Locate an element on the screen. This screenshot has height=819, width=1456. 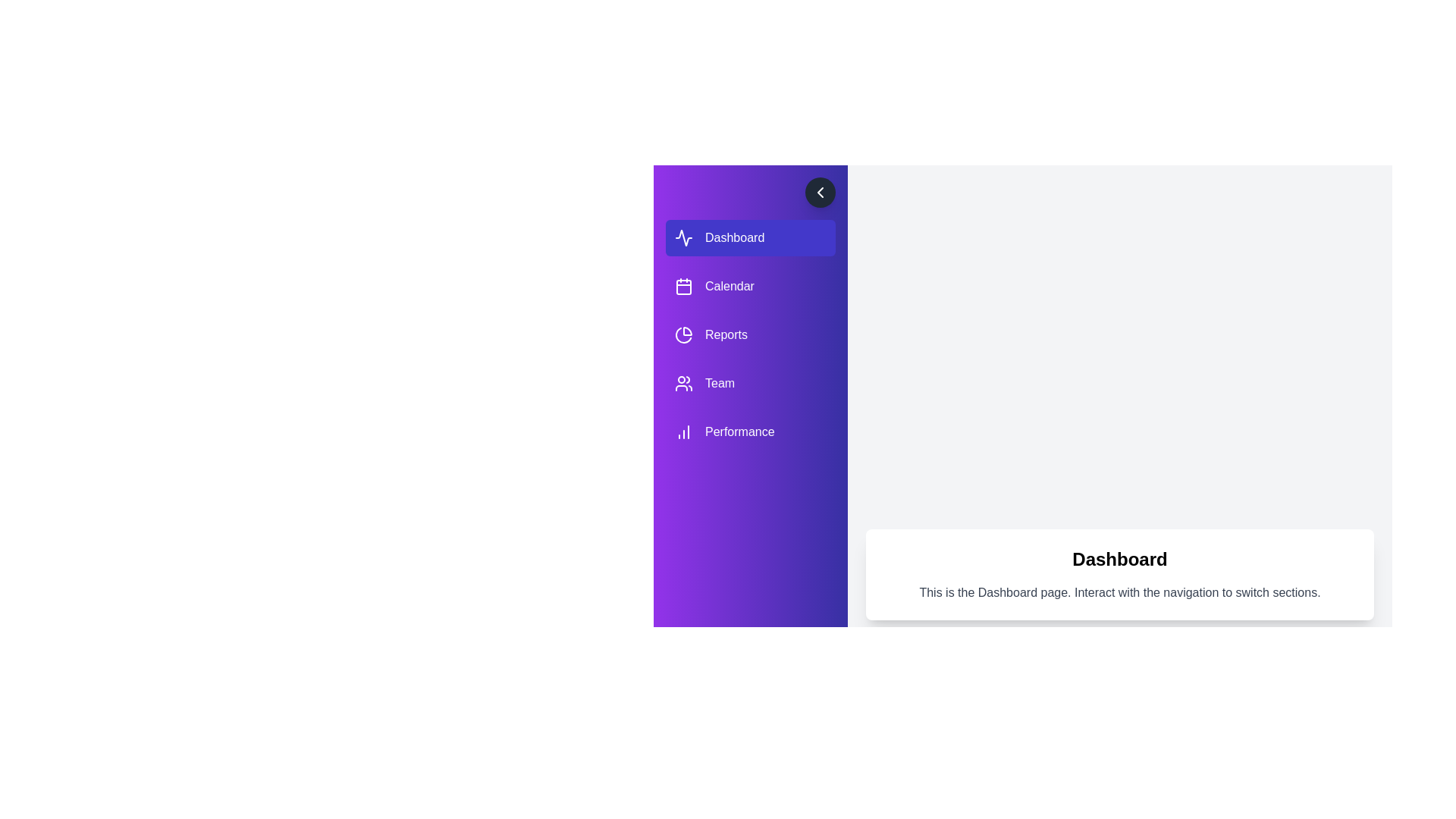
the navigation item labeled Calendar is located at coordinates (750, 287).